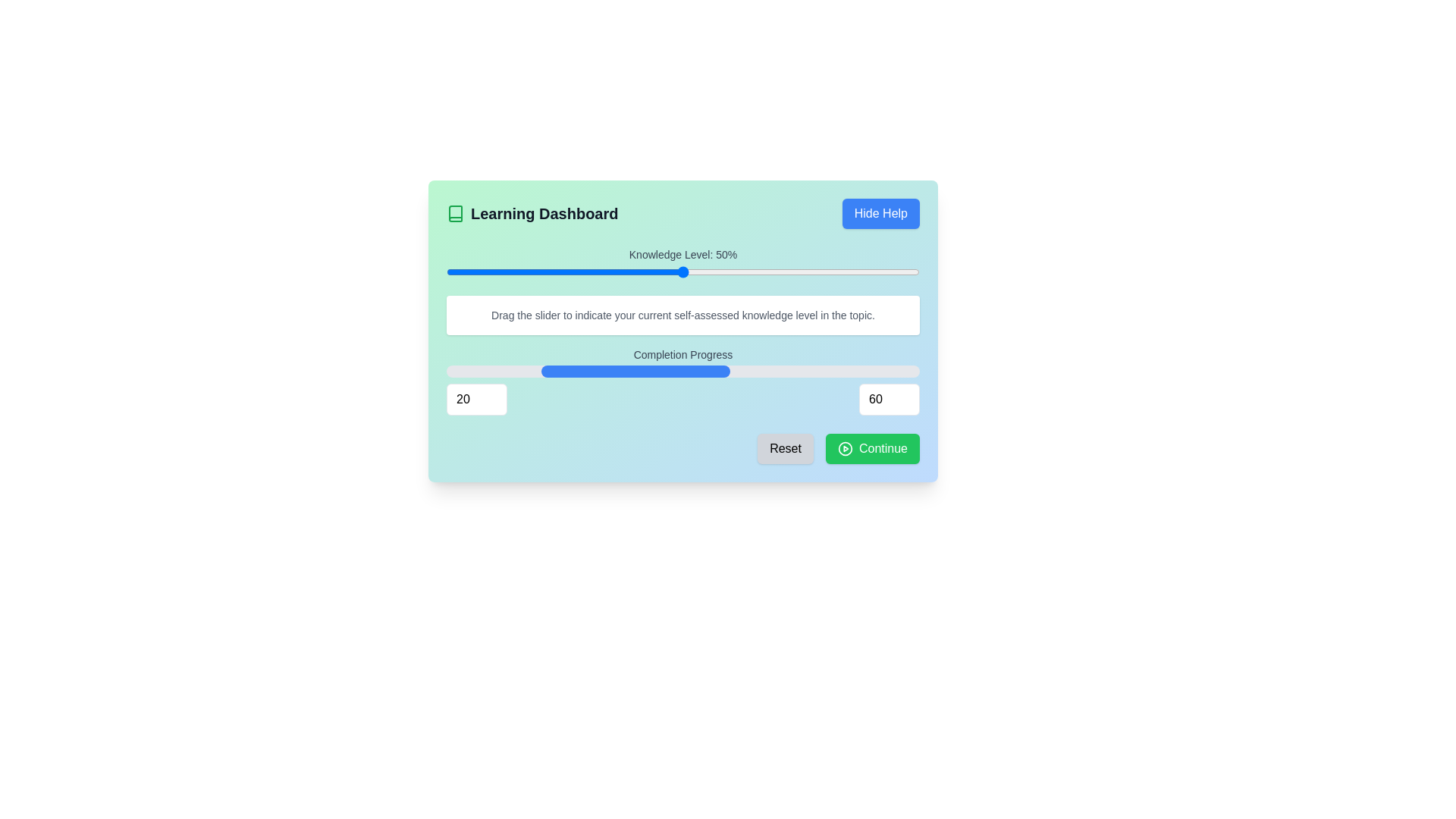  I want to click on the help dismiss button located at the top right of the interface, so click(880, 213).